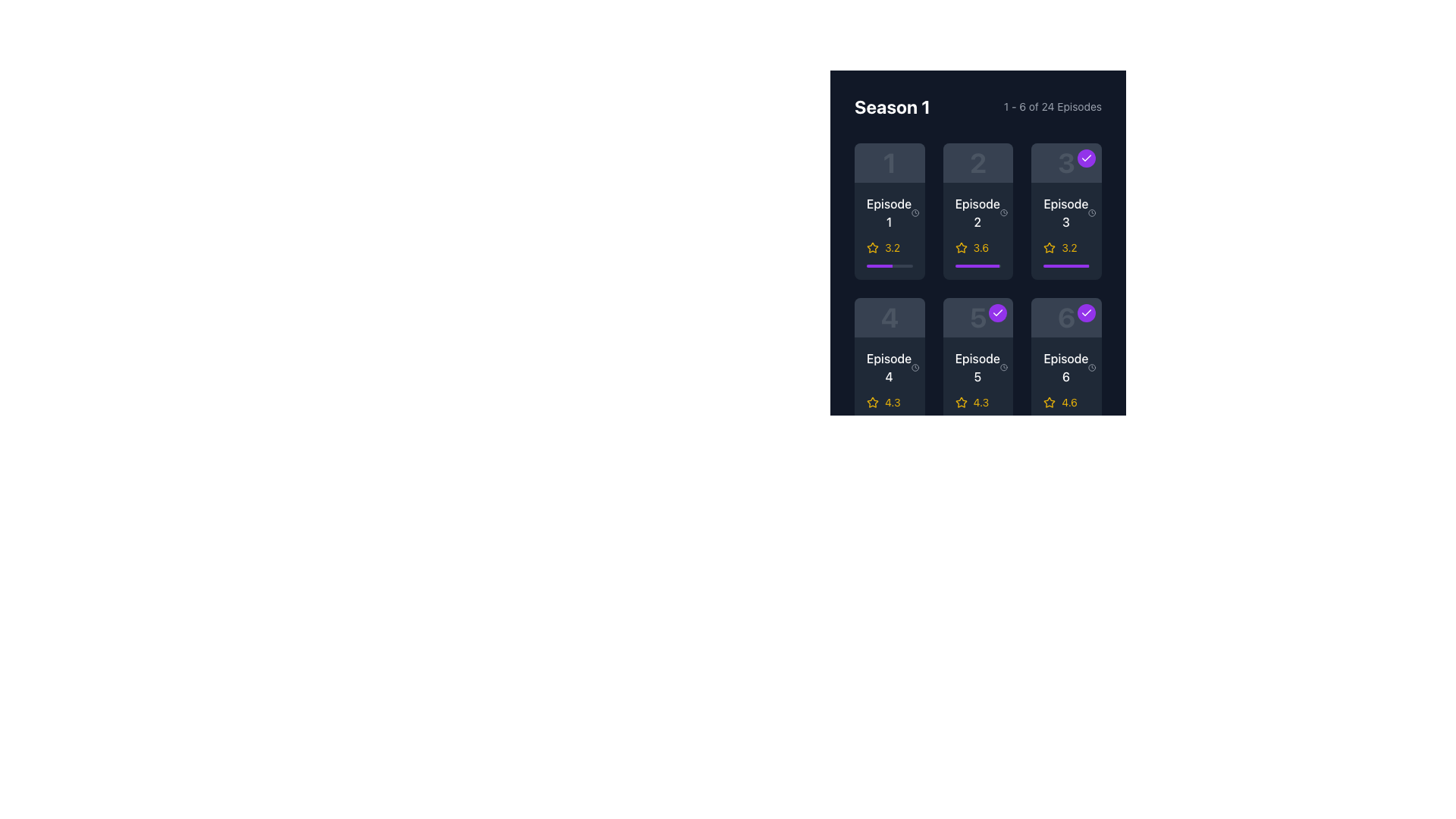 The height and width of the screenshot is (819, 1456). What do you see at coordinates (1068, 247) in the screenshot?
I see `the numeric value '3.2' styled in yellow, which represents a rating or score, located adjacent to a star-shaped icon for 'Episode 3' in the grid structure` at bounding box center [1068, 247].